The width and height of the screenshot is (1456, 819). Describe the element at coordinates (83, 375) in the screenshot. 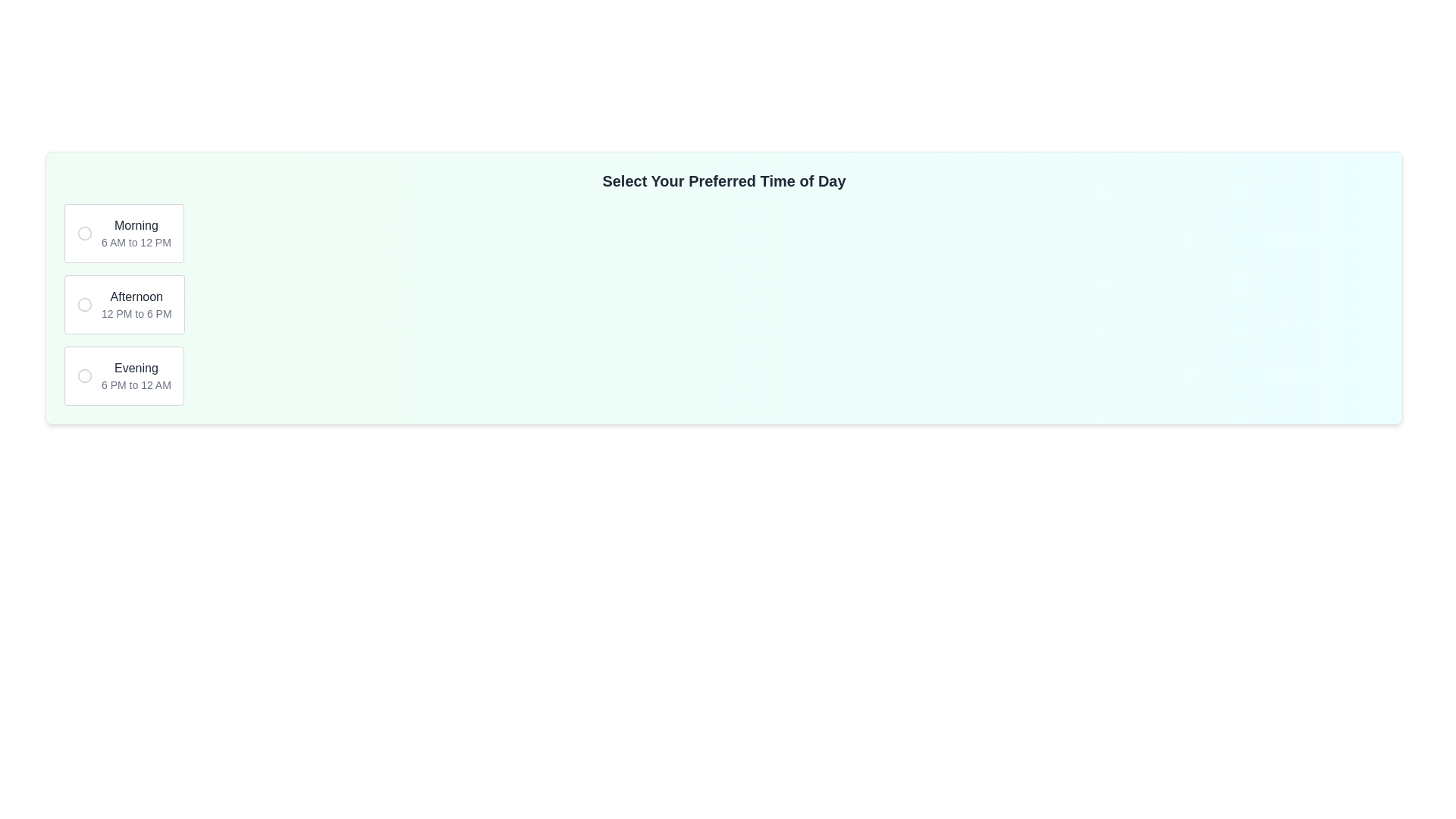

I see `the circular SVG element corresponding to the 'Evening' option in the time-selection interface` at that location.